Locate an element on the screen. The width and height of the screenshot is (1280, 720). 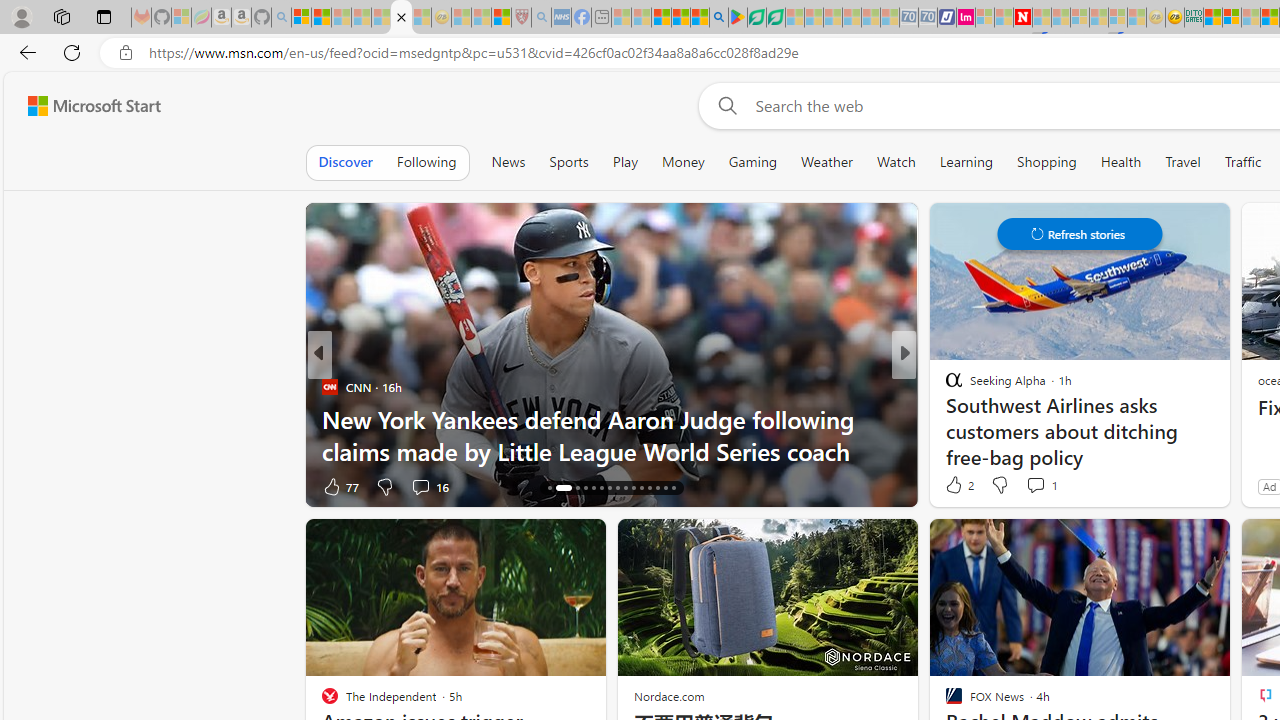
'View comments 20 Comment' is located at coordinates (1050, 486).